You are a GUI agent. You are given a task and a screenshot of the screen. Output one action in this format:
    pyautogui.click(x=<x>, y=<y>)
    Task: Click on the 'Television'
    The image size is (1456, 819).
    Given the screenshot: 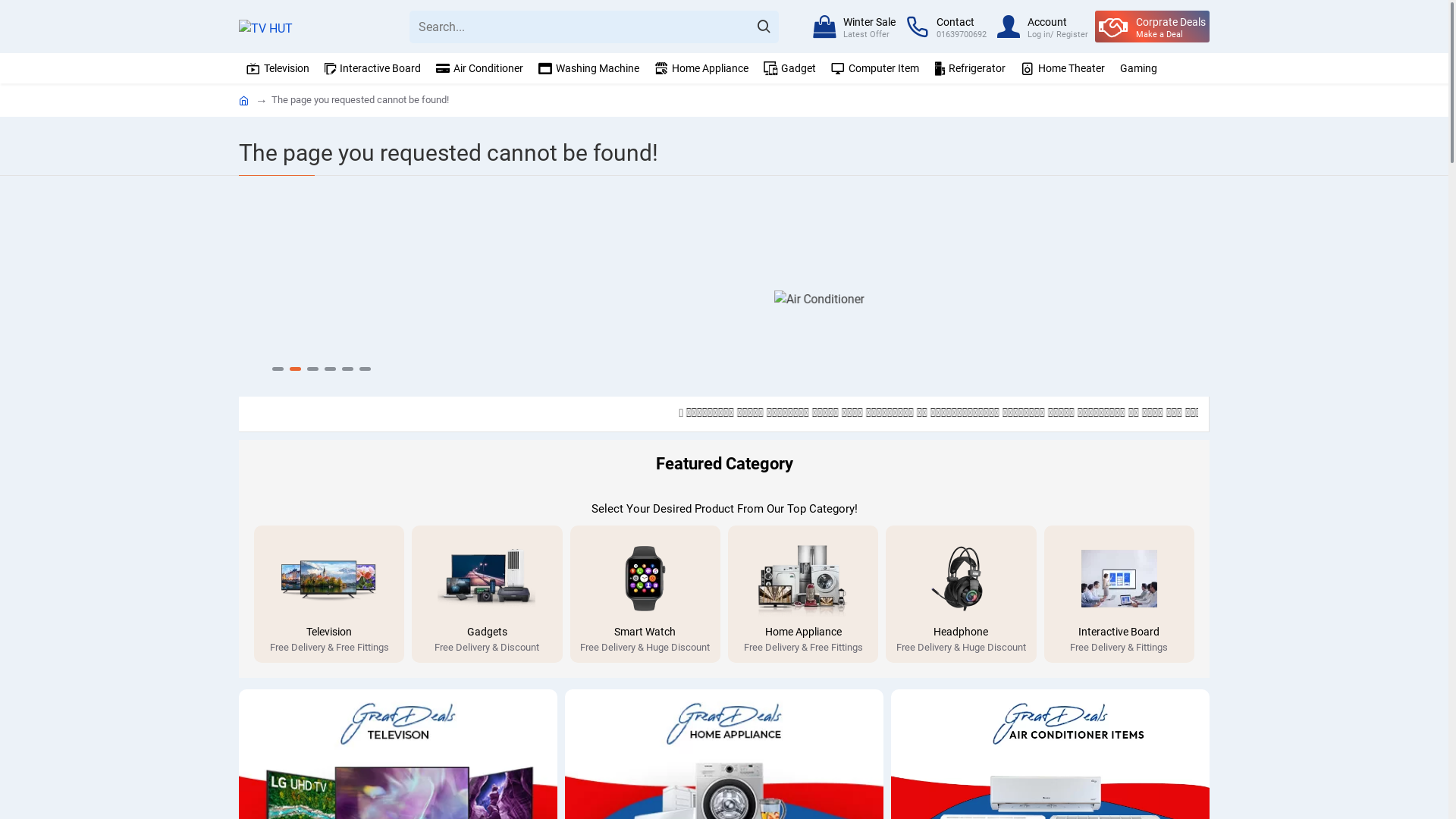 What is the action you would take?
    pyautogui.click(x=238, y=67)
    